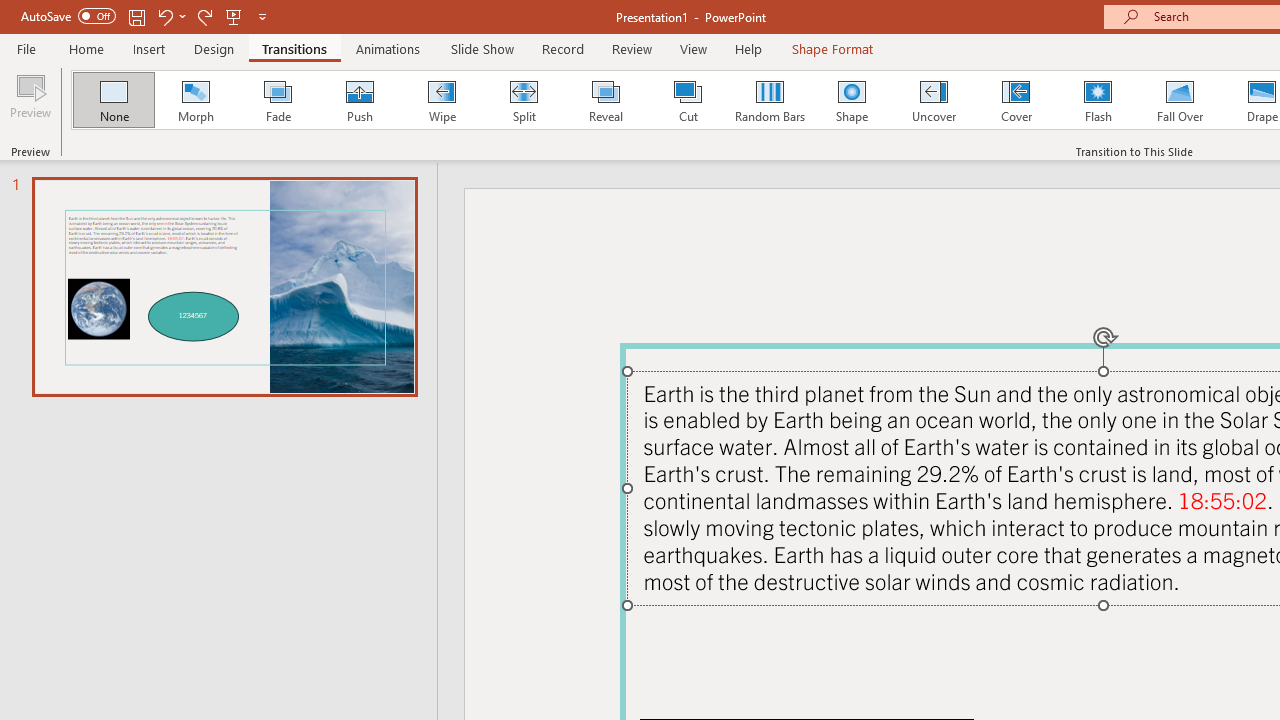 The image size is (1280, 720). I want to click on 'Fade', so click(276, 100).